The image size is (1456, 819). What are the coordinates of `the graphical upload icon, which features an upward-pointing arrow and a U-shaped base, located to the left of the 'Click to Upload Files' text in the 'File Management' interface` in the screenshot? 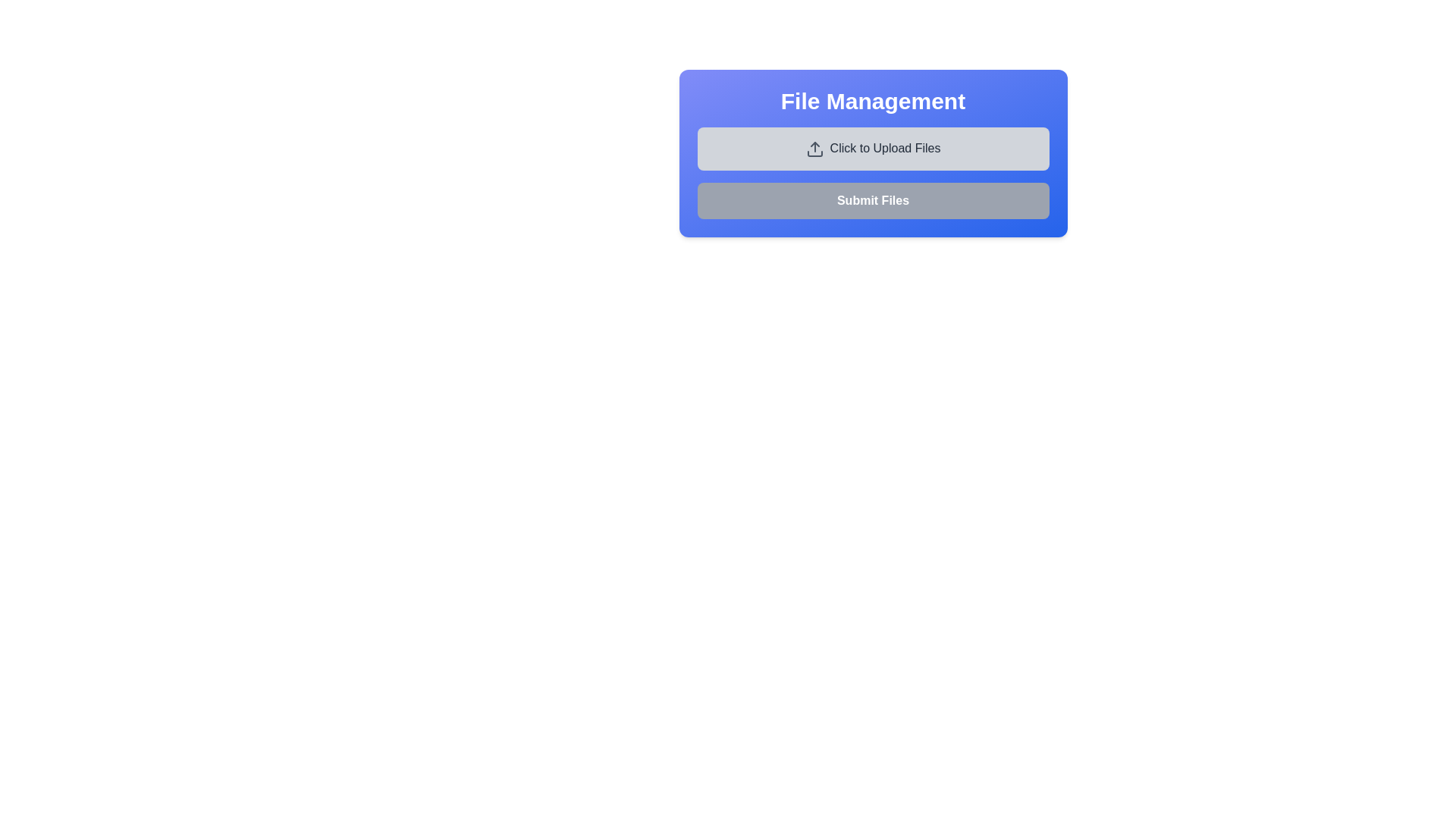 It's located at (814, 149).